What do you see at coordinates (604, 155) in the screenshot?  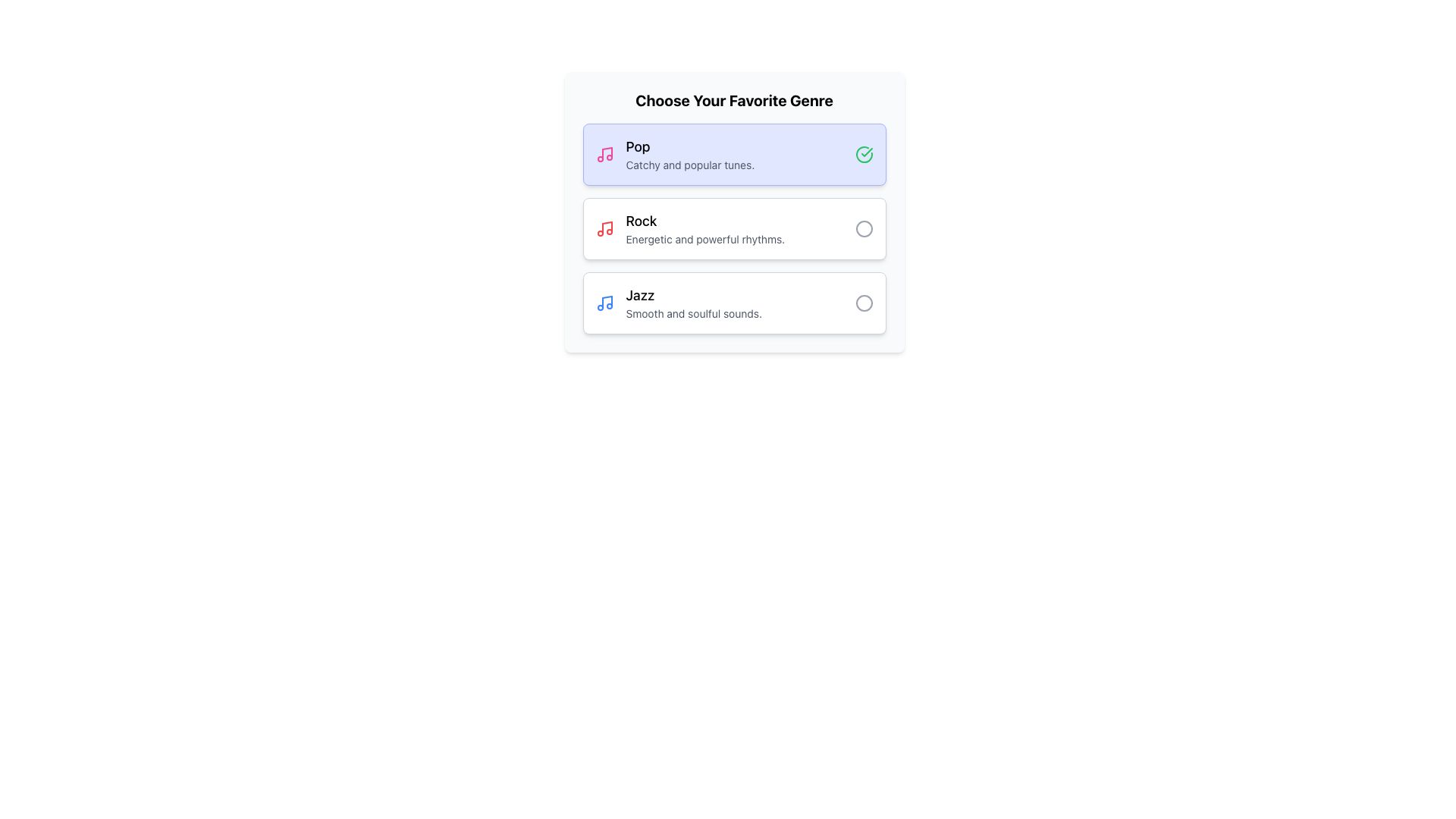 I see `the genre icon for 'Pop', which is the first icon in the list of genre cards, located to the left of the text area` at bounding box center [604, 155].